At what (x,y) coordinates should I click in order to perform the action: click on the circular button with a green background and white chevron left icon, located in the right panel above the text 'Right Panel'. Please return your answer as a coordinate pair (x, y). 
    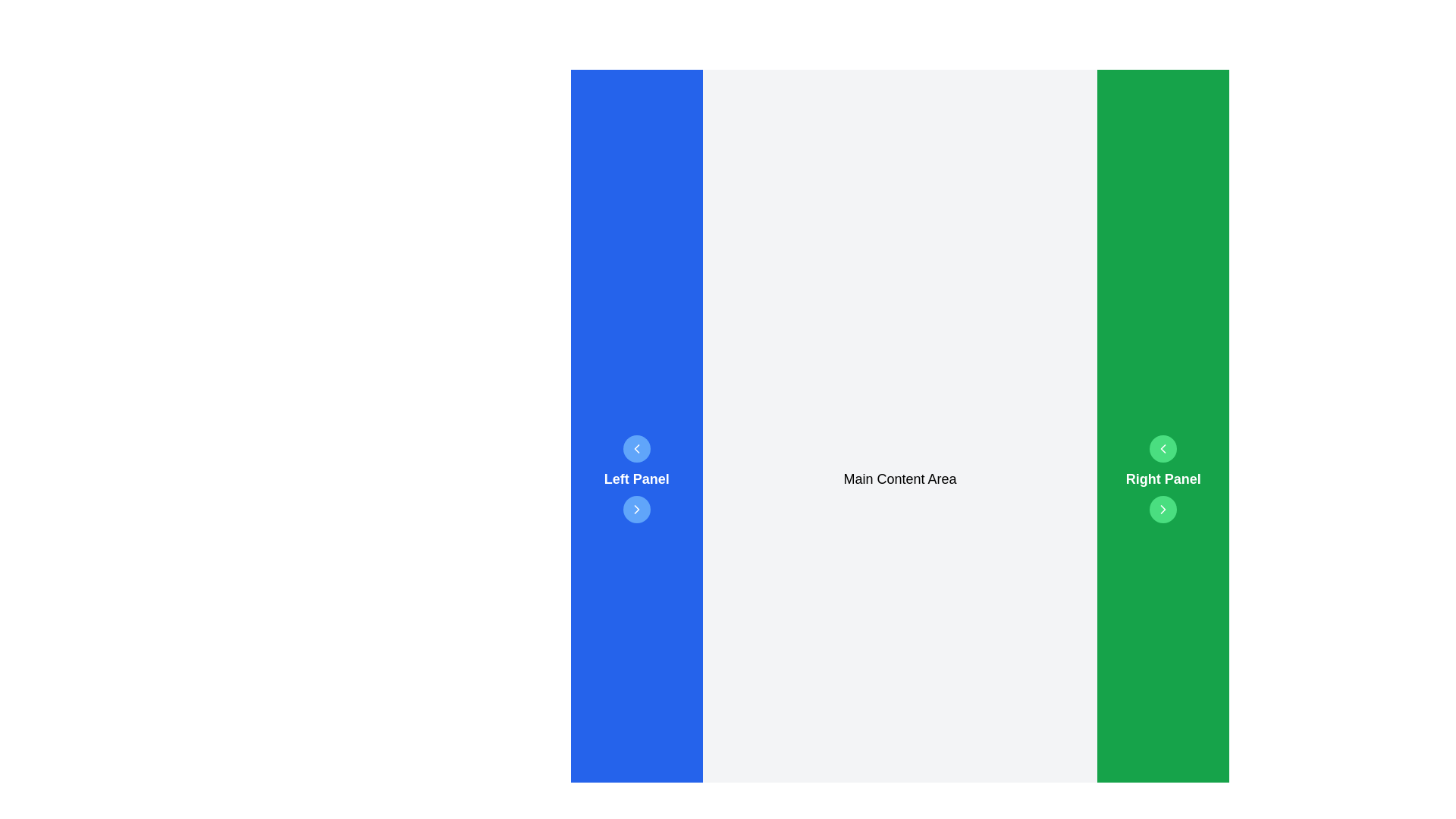
    Looking at the image, I should click on (1163, 447).